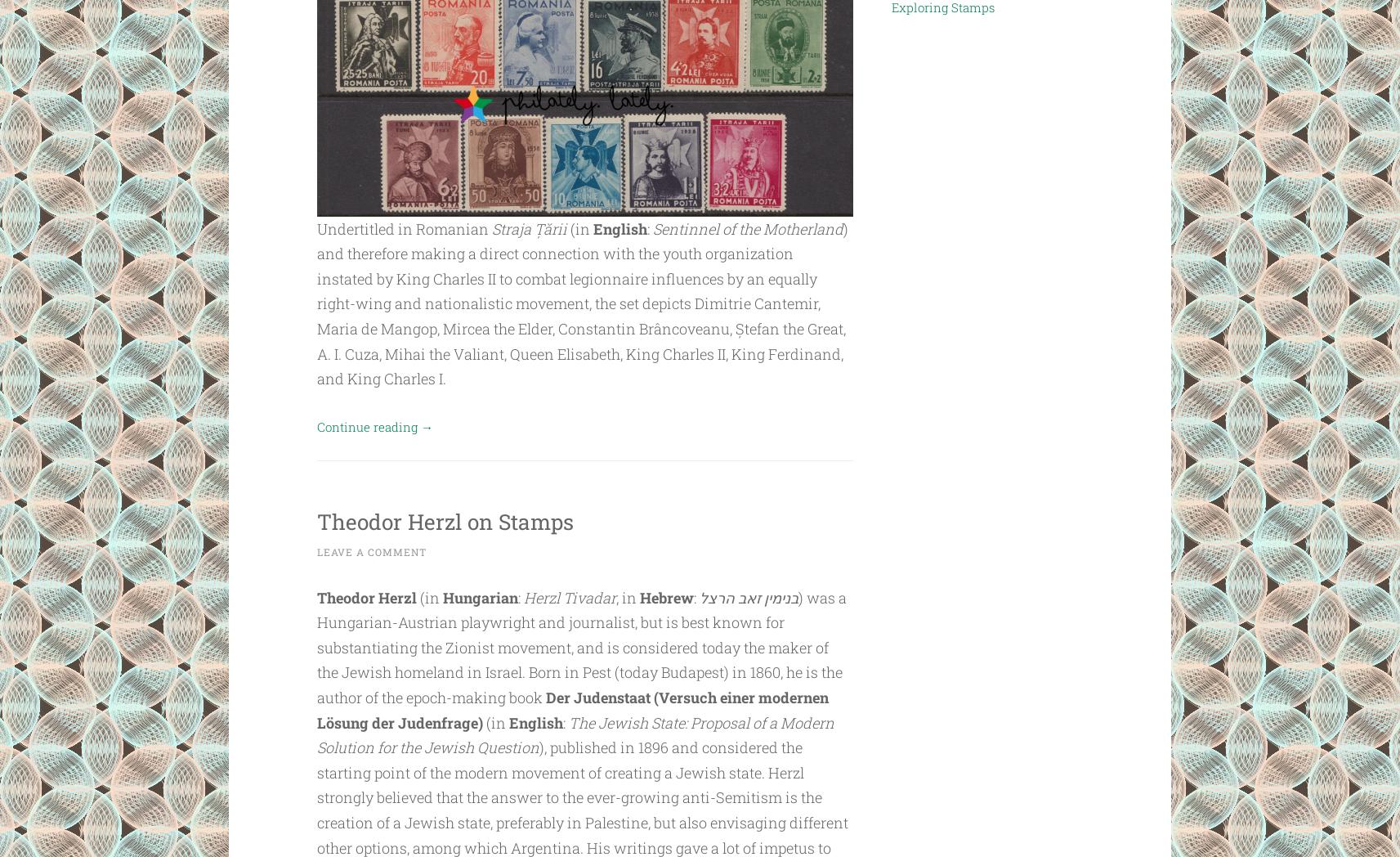 This screenshot has height=857, width=1400. I want to click on 'Theodor Herzl', so click(365, 596).